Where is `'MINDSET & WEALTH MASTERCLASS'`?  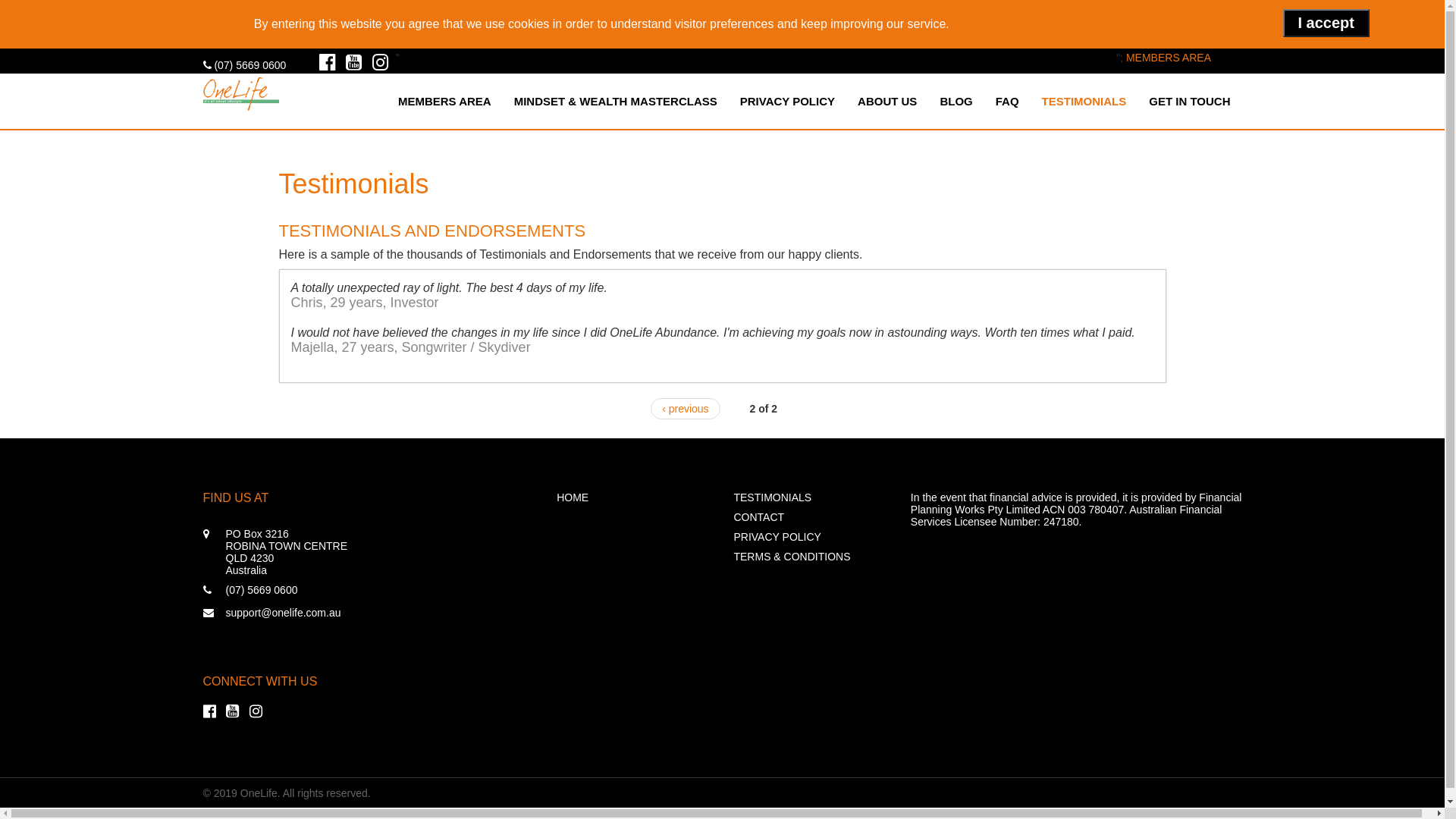
'MINDSET & WEALTH MASTERCLASS' is located at coordinates (615, 101).